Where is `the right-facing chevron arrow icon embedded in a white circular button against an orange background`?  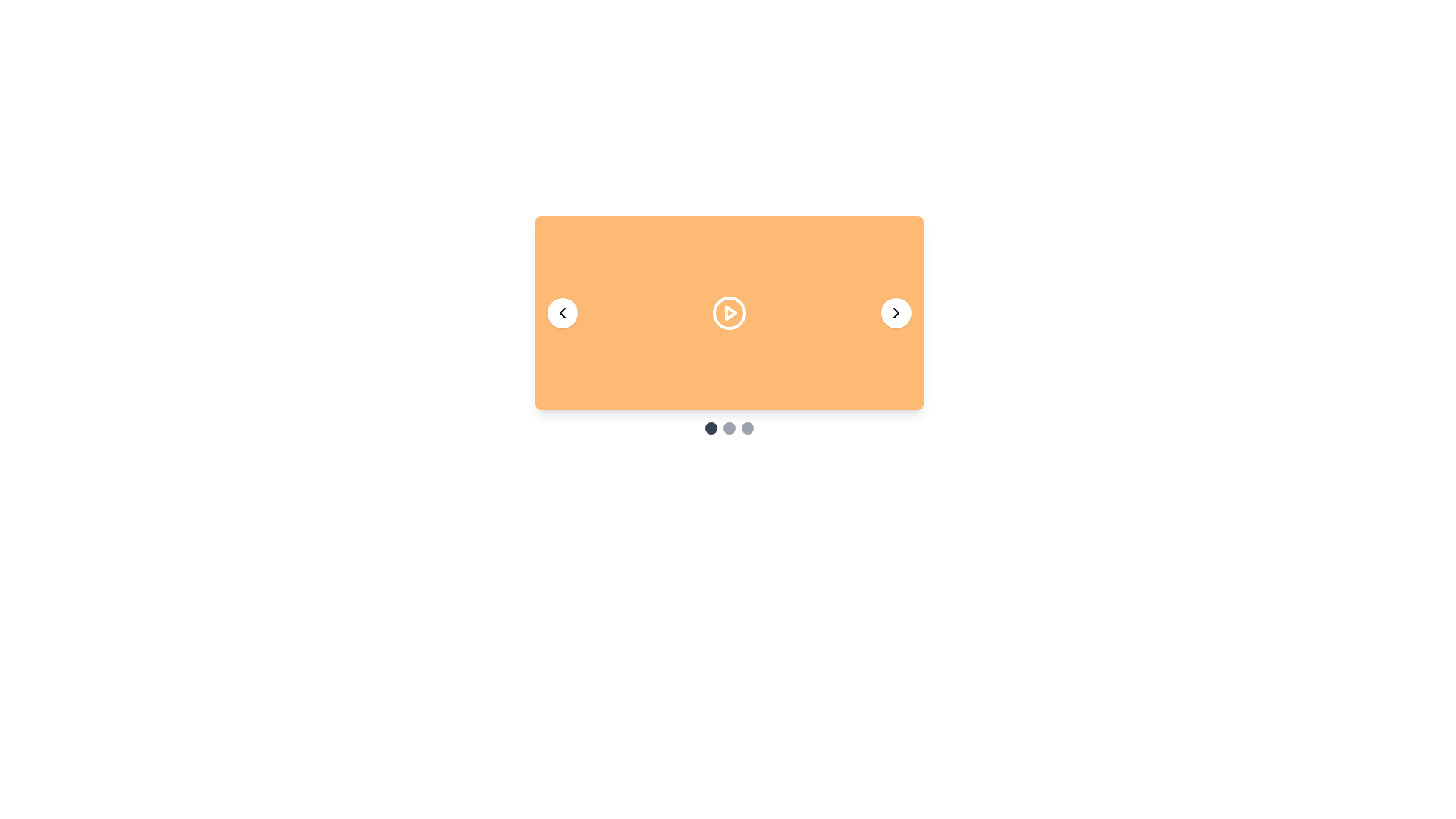 the right-facing chevron arrow icon embedded in a white circular button against an orange background is located at coordinates (896, 312).